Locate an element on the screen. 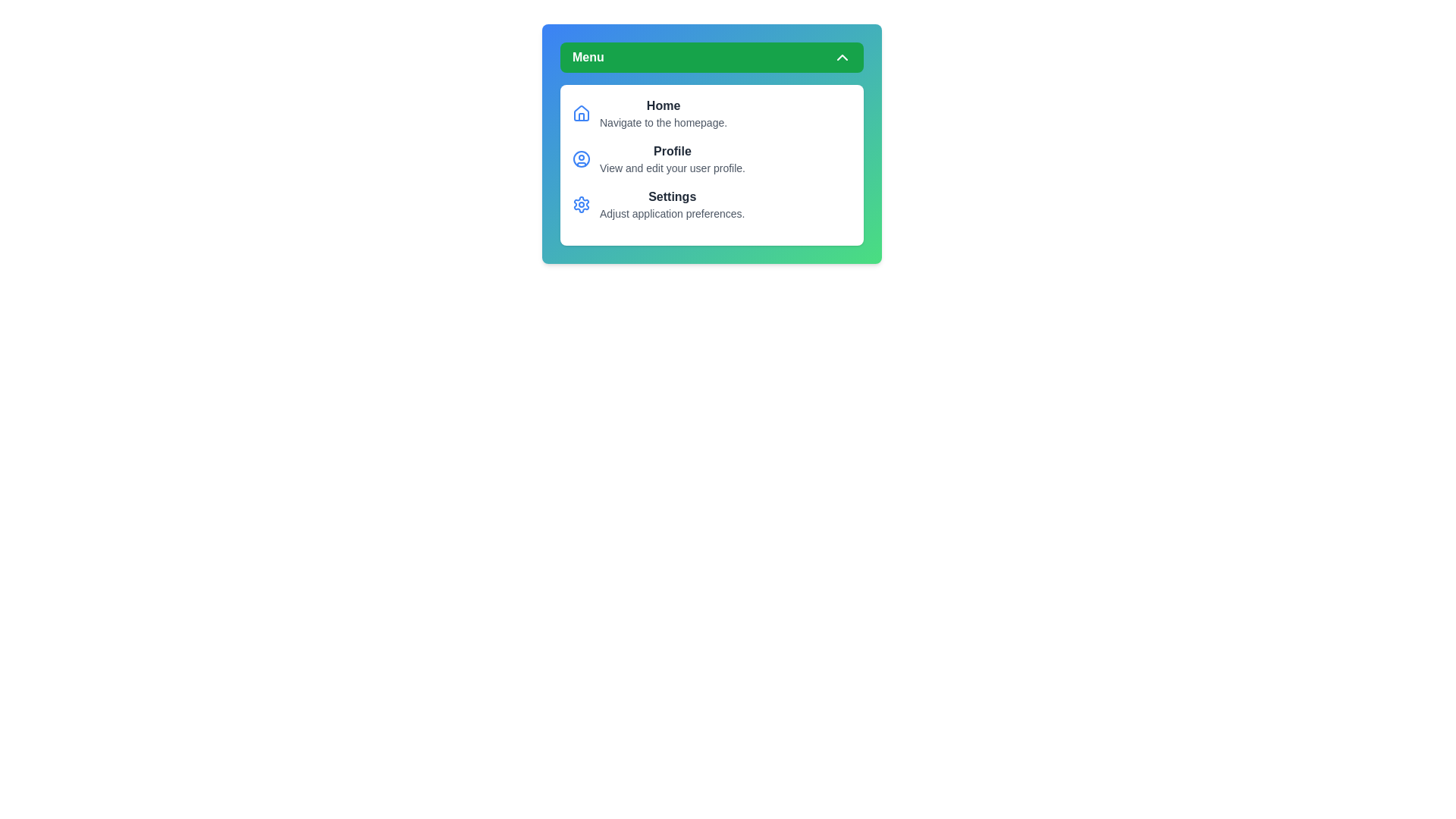 Image resolution: width=1456 pixels, height=819 pixels. the menu item Profile to view its description is located at coordinates (672, 152).